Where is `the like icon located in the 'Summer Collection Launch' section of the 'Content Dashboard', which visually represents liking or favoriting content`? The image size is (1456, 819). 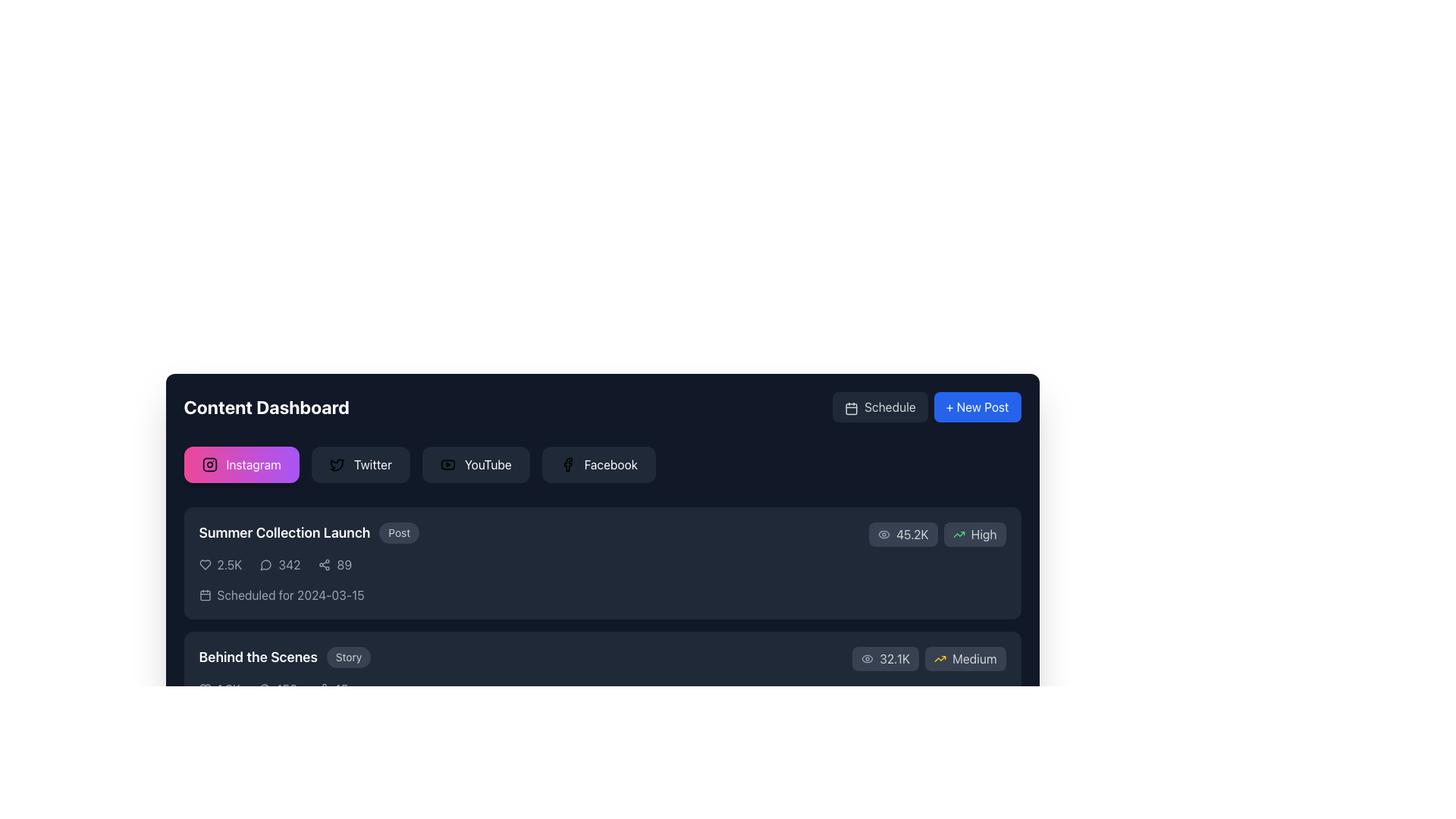 the like icon located in the 'Summer Collection Launch' section of the 'Content Dashboard', which visually represents liking or favoriting content is located at coordinates (204, 564).